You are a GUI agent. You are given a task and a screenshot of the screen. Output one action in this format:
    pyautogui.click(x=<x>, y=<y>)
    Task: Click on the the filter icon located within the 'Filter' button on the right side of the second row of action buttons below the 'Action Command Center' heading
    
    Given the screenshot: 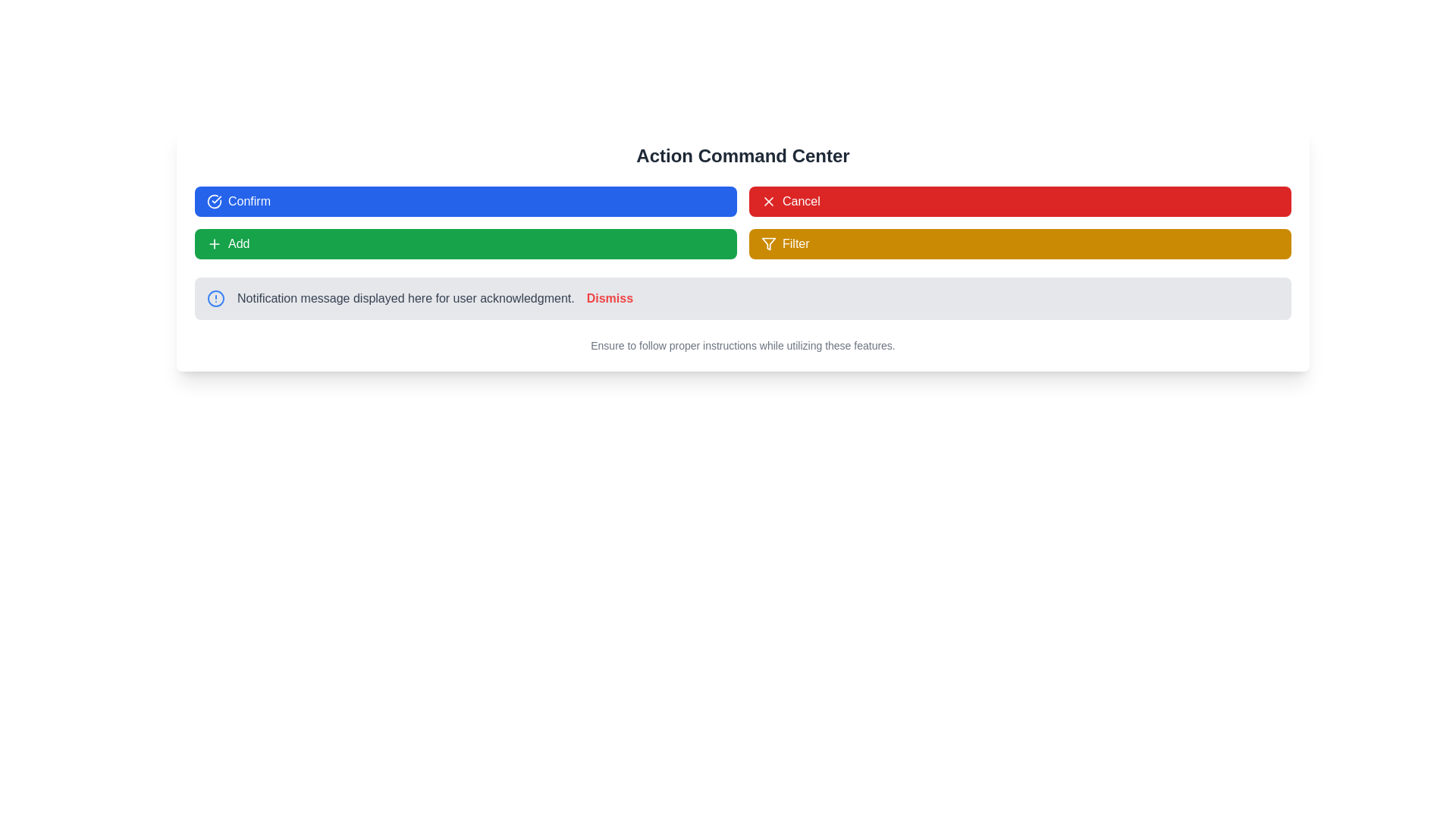 What is the action you would take?
    pyautogui.click(x=768, y=243)
    